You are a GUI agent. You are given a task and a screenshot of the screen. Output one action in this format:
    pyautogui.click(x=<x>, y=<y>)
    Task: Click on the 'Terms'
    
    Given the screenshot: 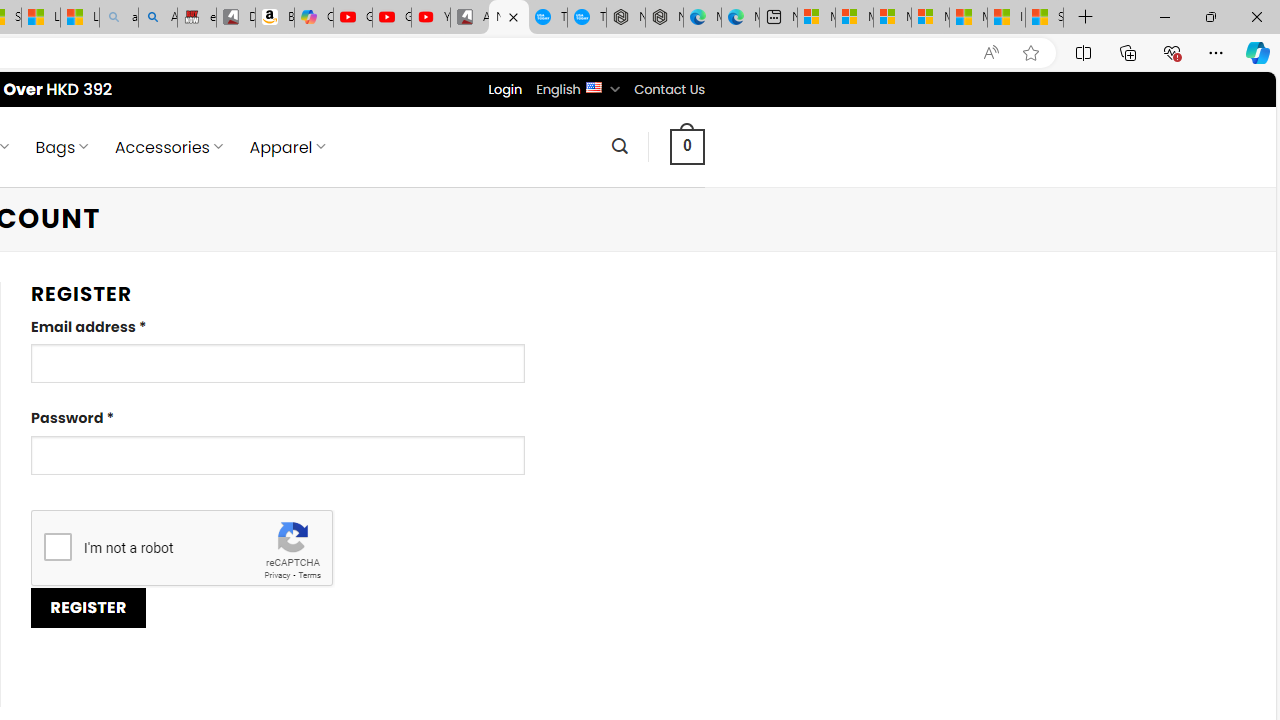 What is the action you would take?
    pyautogui.click(x=308, y=575)
    